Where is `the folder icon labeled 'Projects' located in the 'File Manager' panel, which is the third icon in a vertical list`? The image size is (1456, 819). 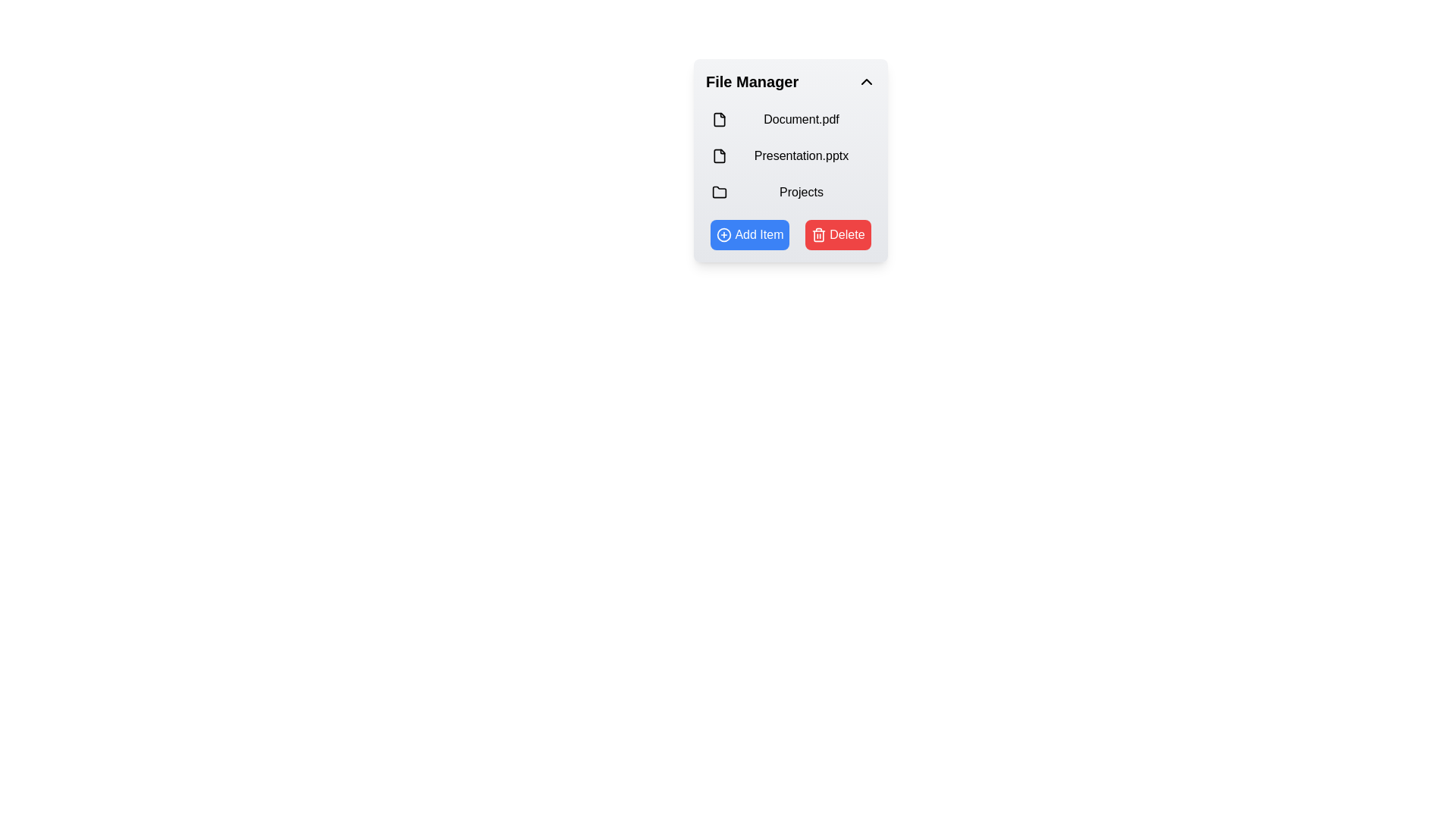 the folder icon labeled 'Projects' located in the 'File Manager' panel, which is the third icon in a vertical list is located at coordinates (719, 191).